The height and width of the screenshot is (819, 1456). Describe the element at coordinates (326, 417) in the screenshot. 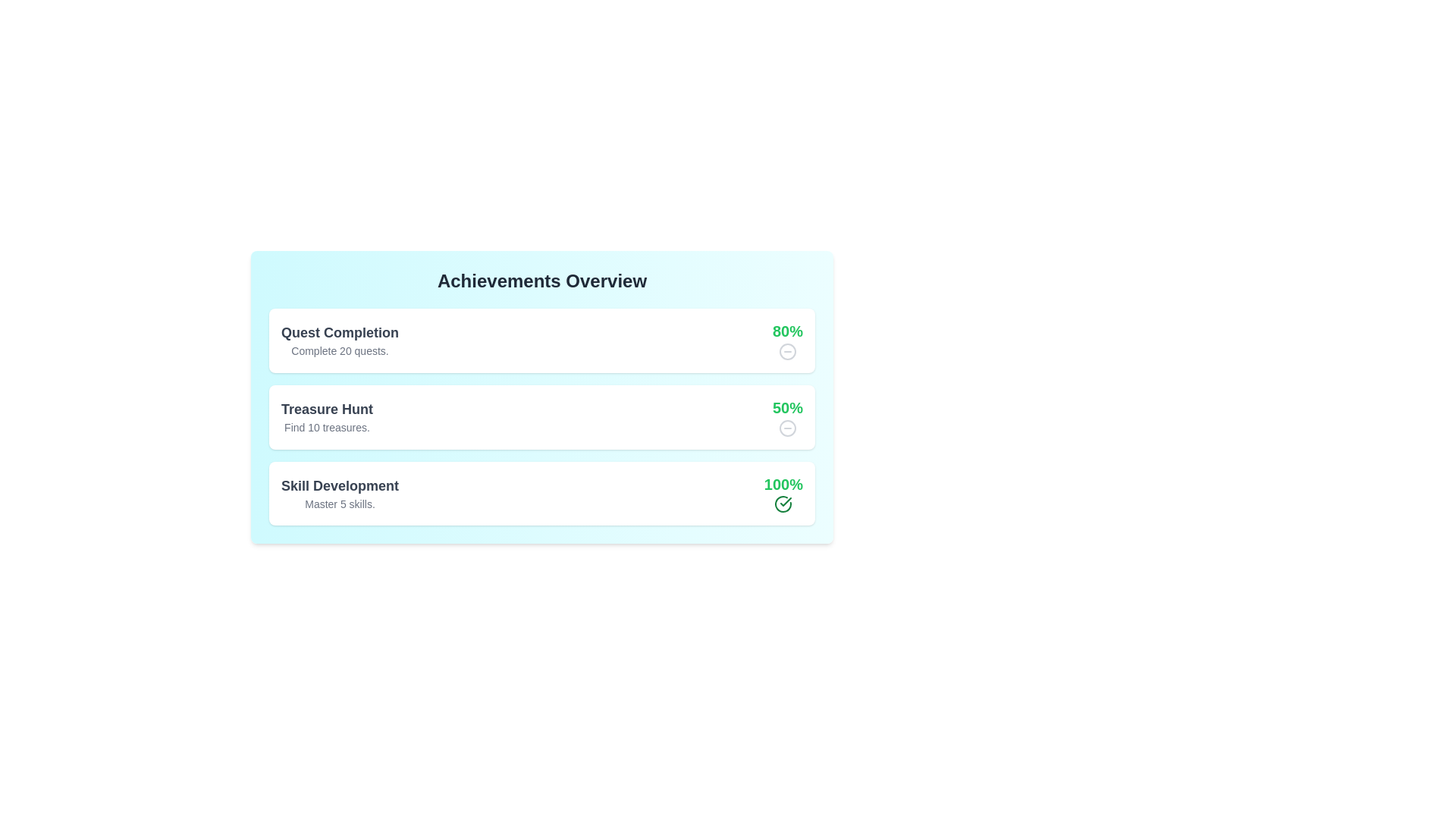

I see `text block labeled 'Treasure Hunt' that informs users about the progress goal and specific task of finding ten treasures, located in the middle section of the interface` at that location.